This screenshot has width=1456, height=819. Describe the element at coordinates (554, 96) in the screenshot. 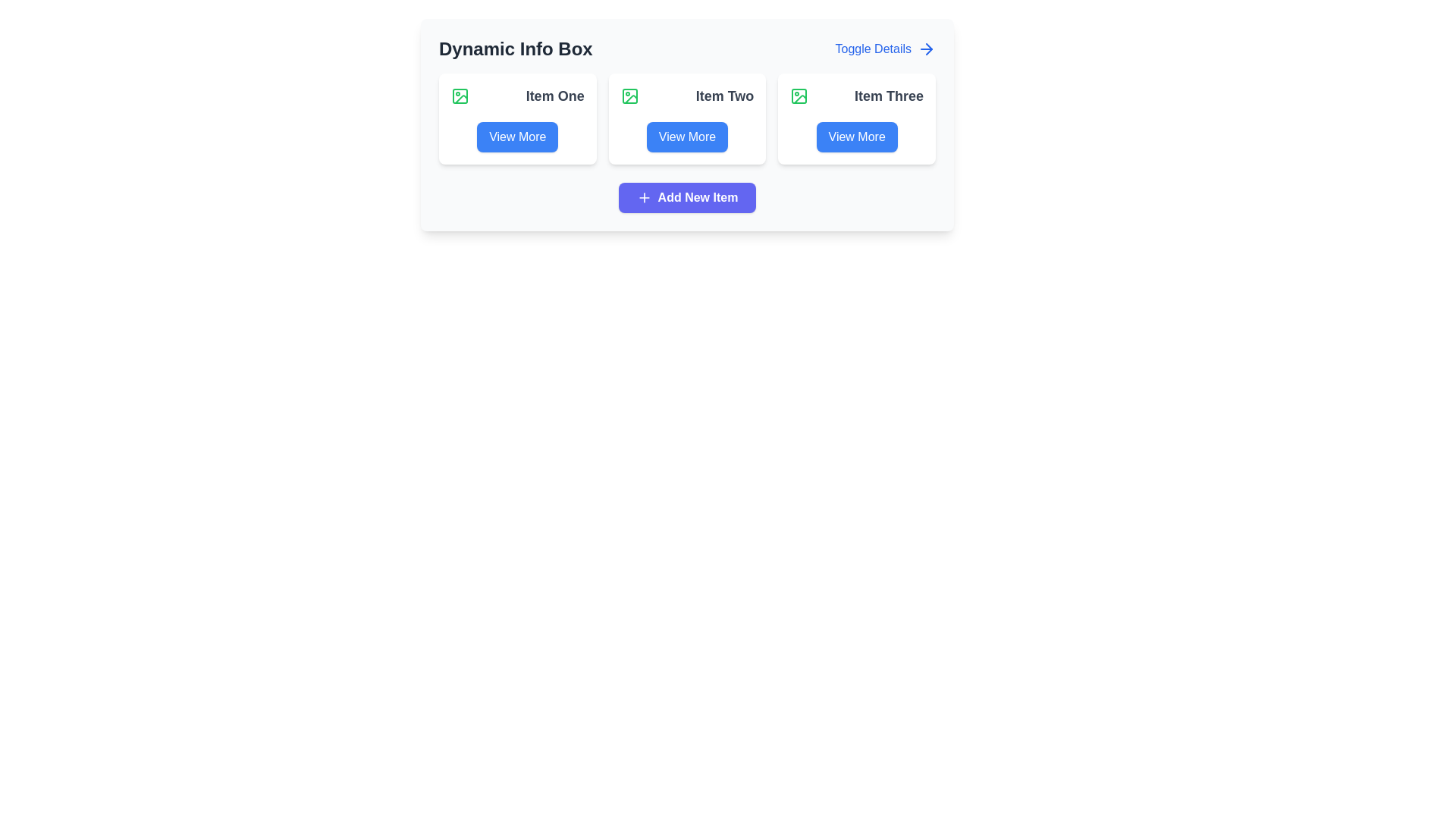

I see `the text label located in the leftmost card, positioned` at that location.